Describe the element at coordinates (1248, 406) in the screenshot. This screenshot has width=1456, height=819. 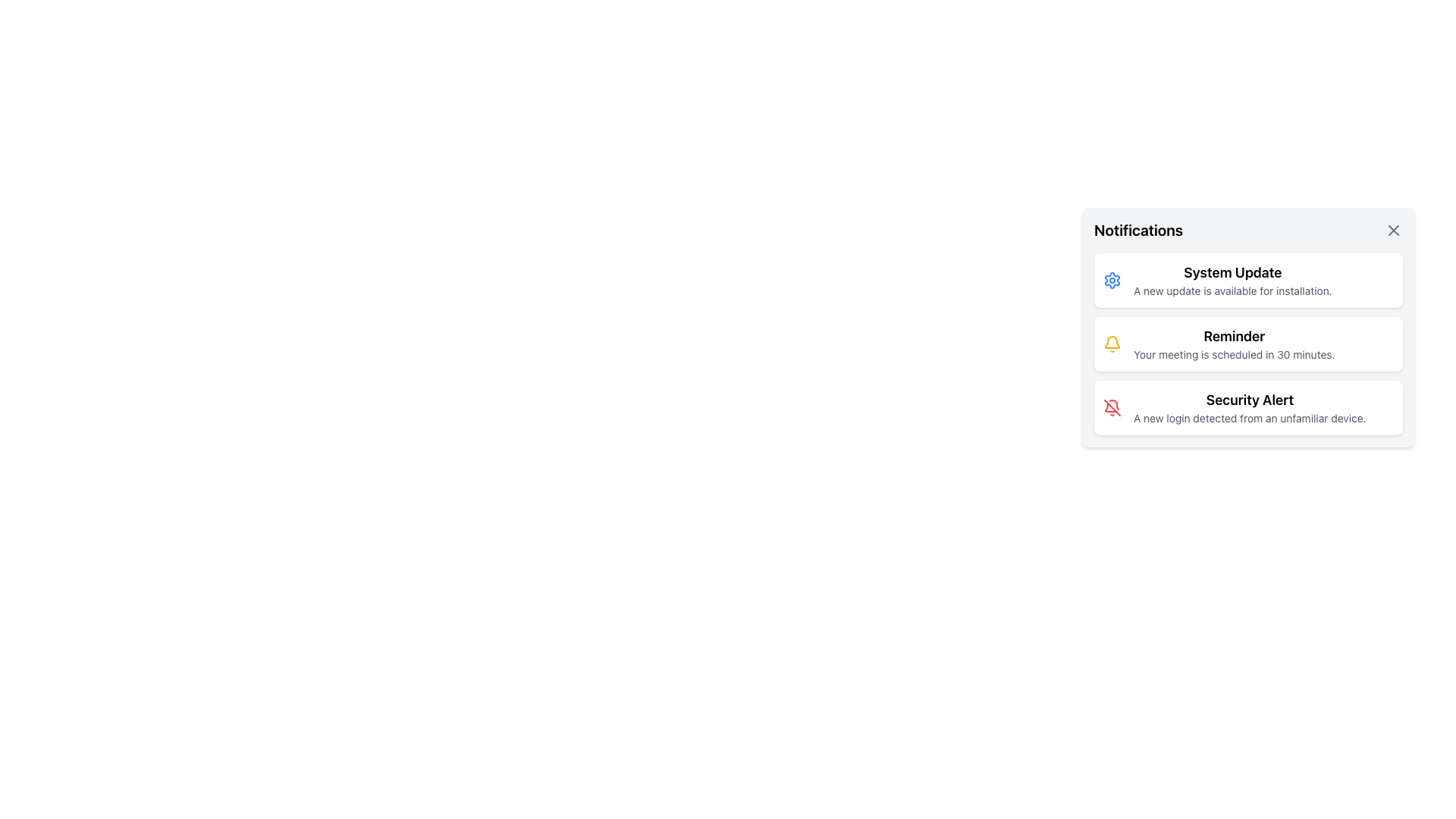
I see `the Notification Card indicating a new login from an unfamiliar device, which is the third card in the notifications list within the 'Notifications' pop-up box` at that location.